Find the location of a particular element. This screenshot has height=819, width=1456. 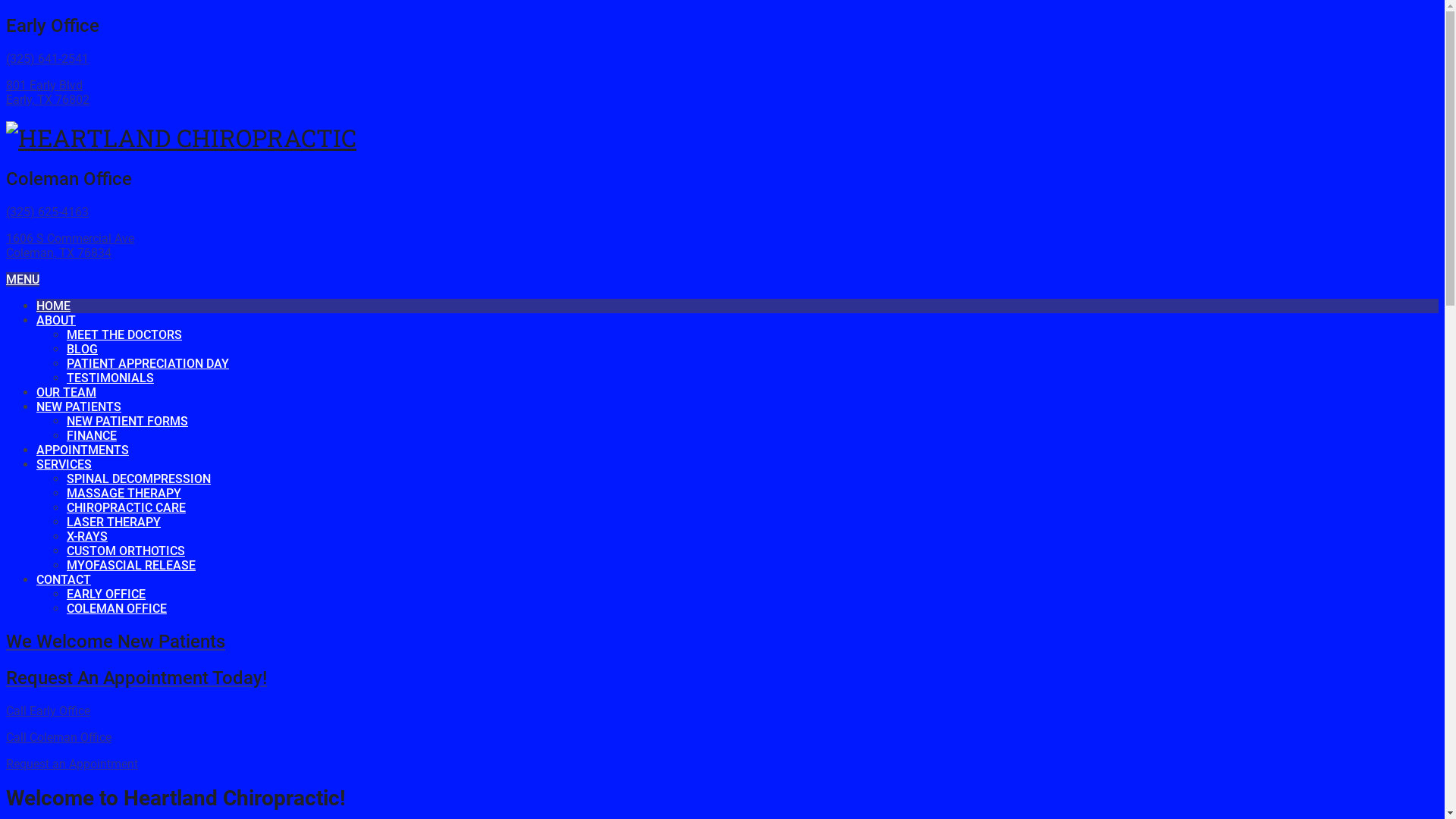

'X-RAYS' is located at coordinates (86, 535).